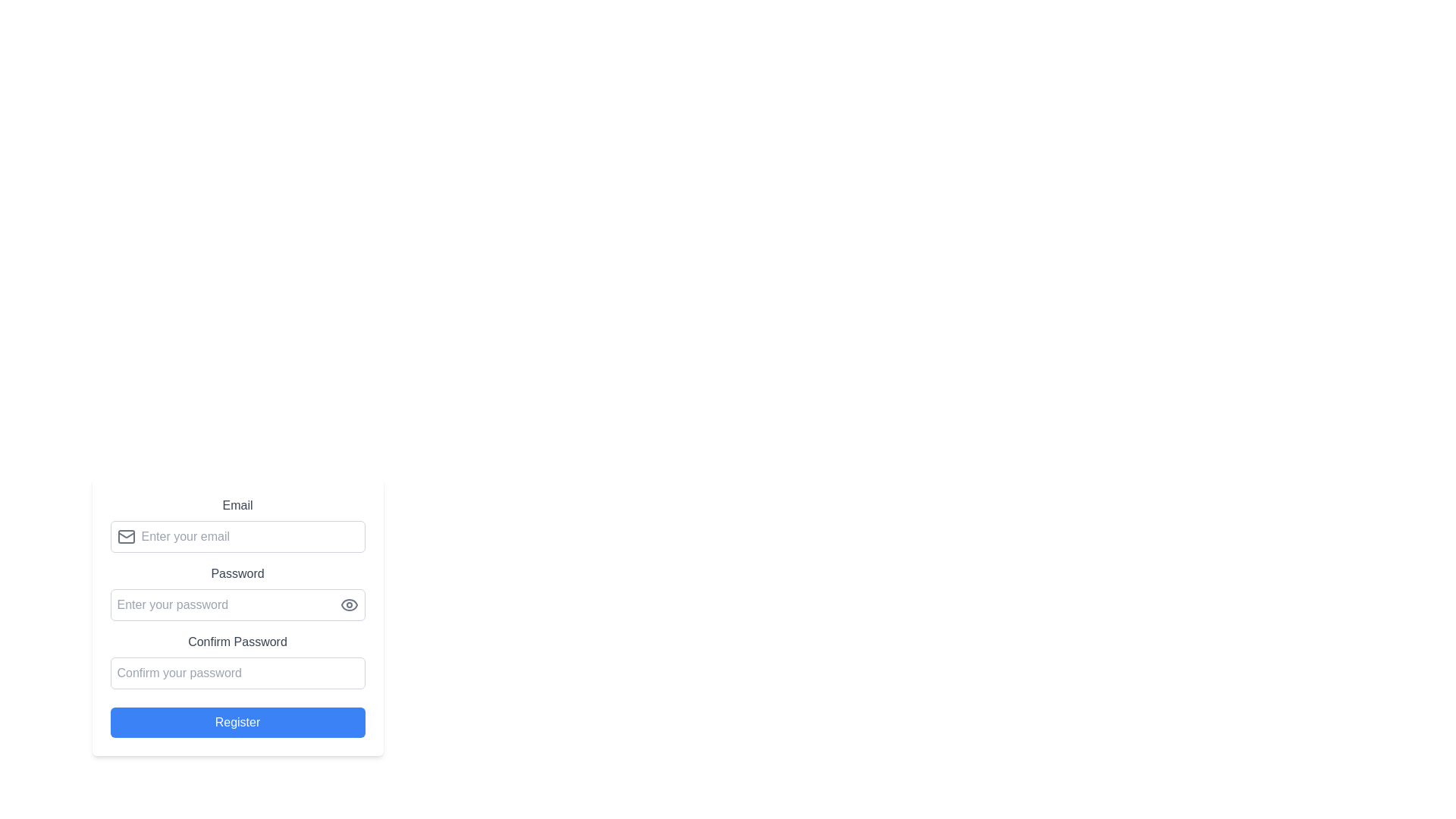 The height and width of the screenshot is (819, 1456). I want to click on the Password Input Field to focus on it for entering a password, so click(224, 604).